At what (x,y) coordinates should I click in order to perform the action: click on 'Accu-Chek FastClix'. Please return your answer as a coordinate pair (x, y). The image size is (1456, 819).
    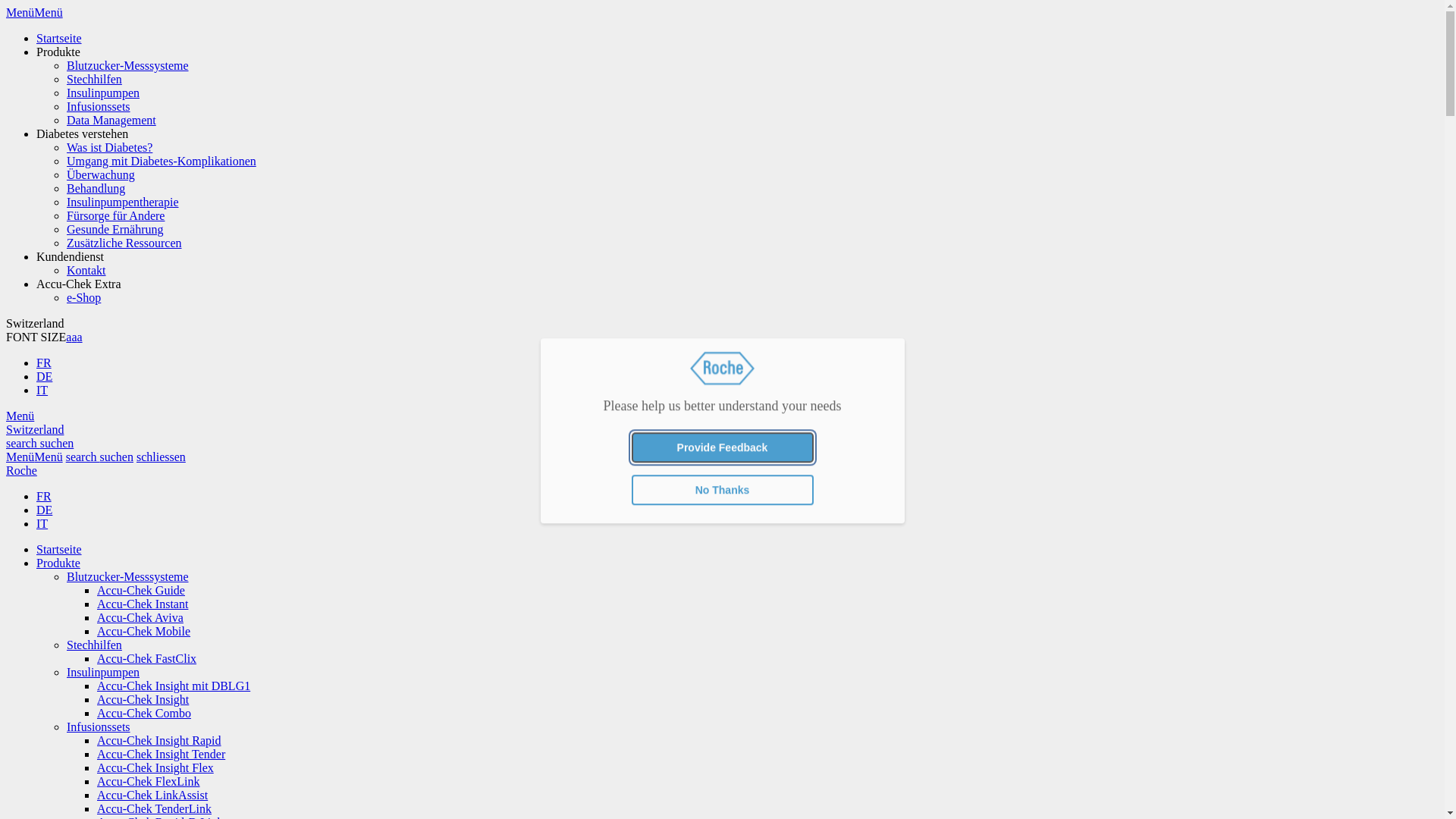
    Looking at the image, I should click on (96, 657).